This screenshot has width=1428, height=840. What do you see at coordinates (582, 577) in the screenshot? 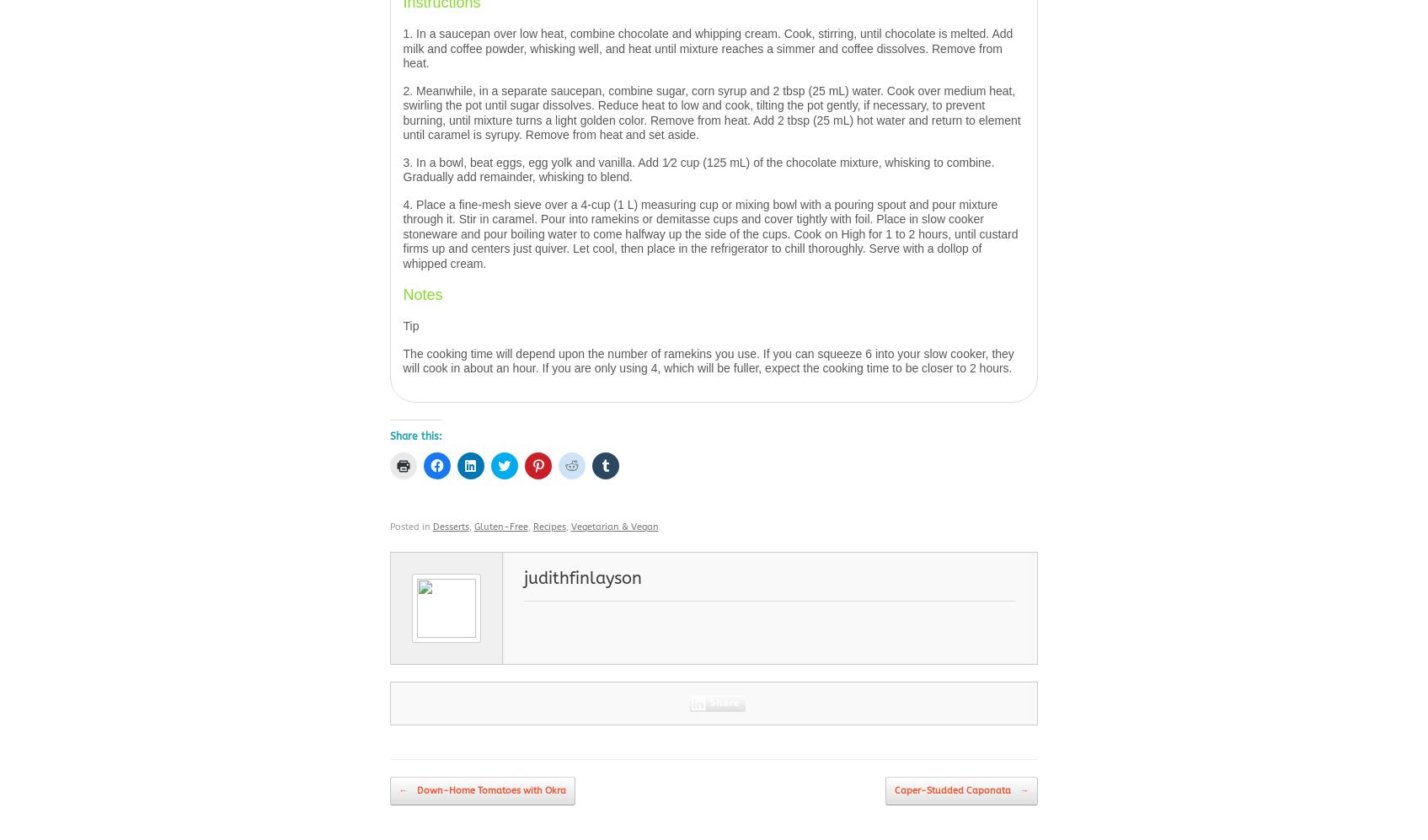
I see `'judithfinlayson'` at bounding box center [582, 577].